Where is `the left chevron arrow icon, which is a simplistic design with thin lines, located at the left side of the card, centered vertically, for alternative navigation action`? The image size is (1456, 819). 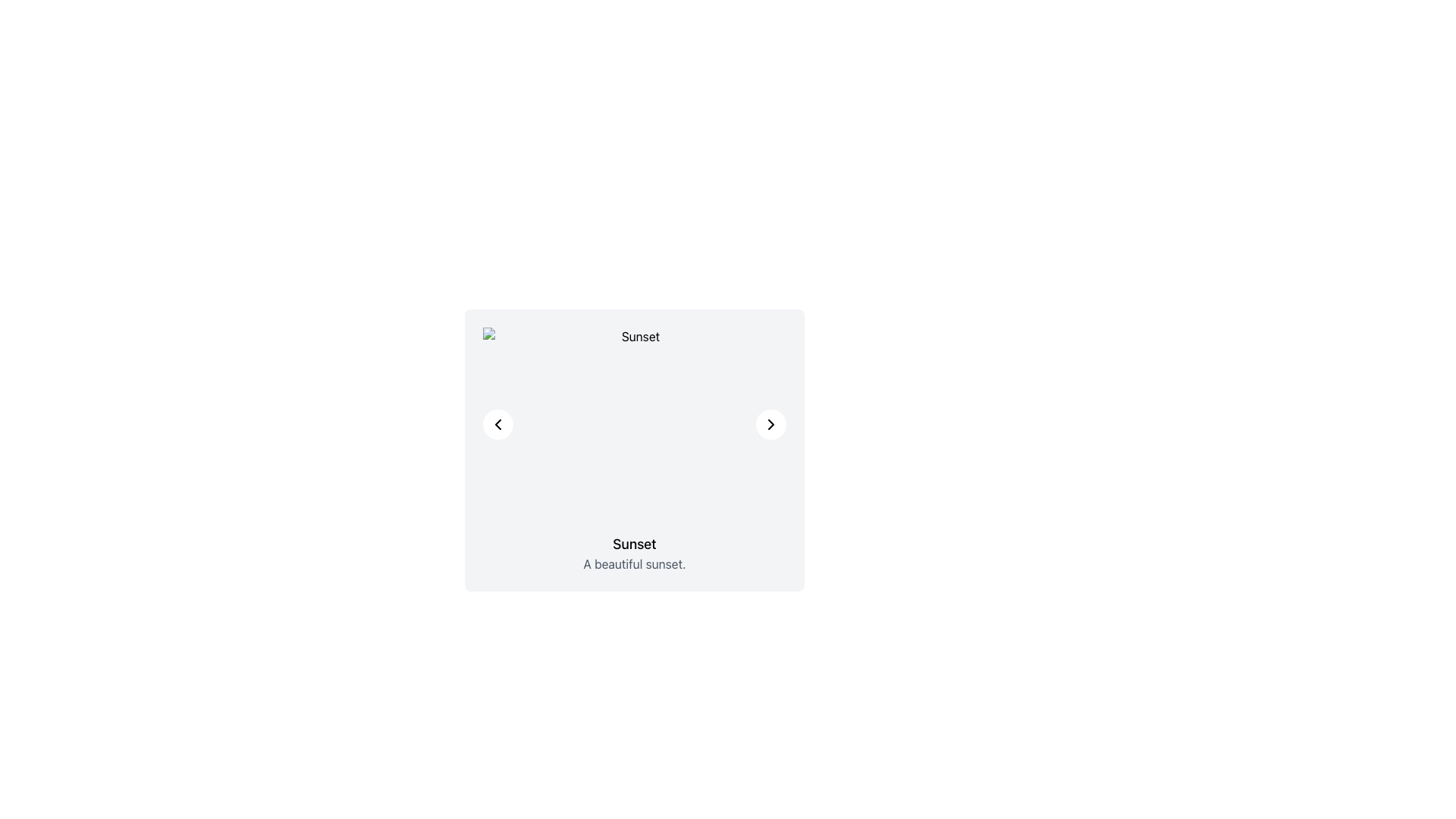
the left chevron arrow icon, which is a simplistic design with thin lines, located at the left side of the card, centered vertically, for alternative navigation action is located at coordinates (498, 424).